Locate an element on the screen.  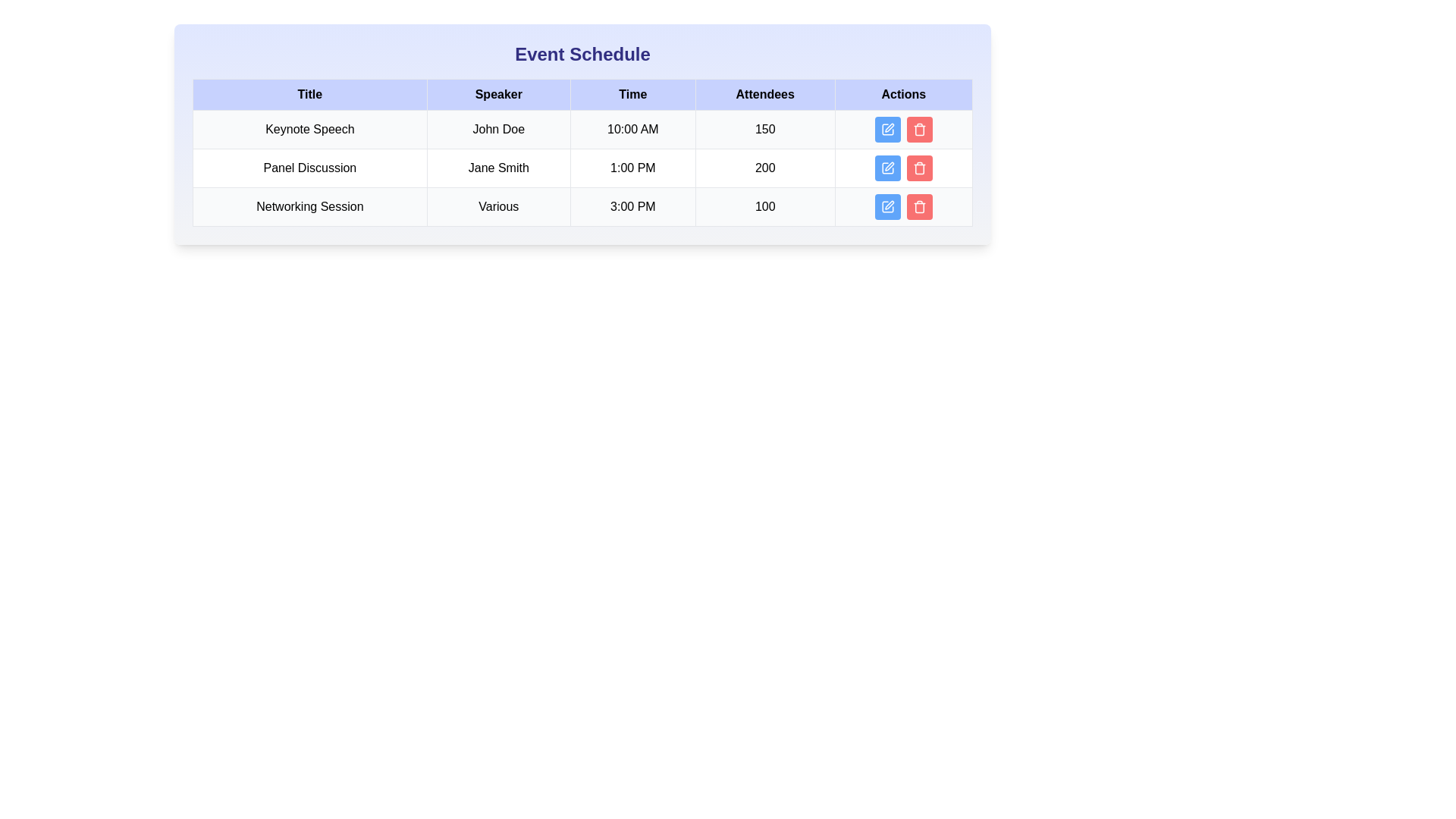
delete button for the event titled Networking Session is located at coordinates (918, 207).